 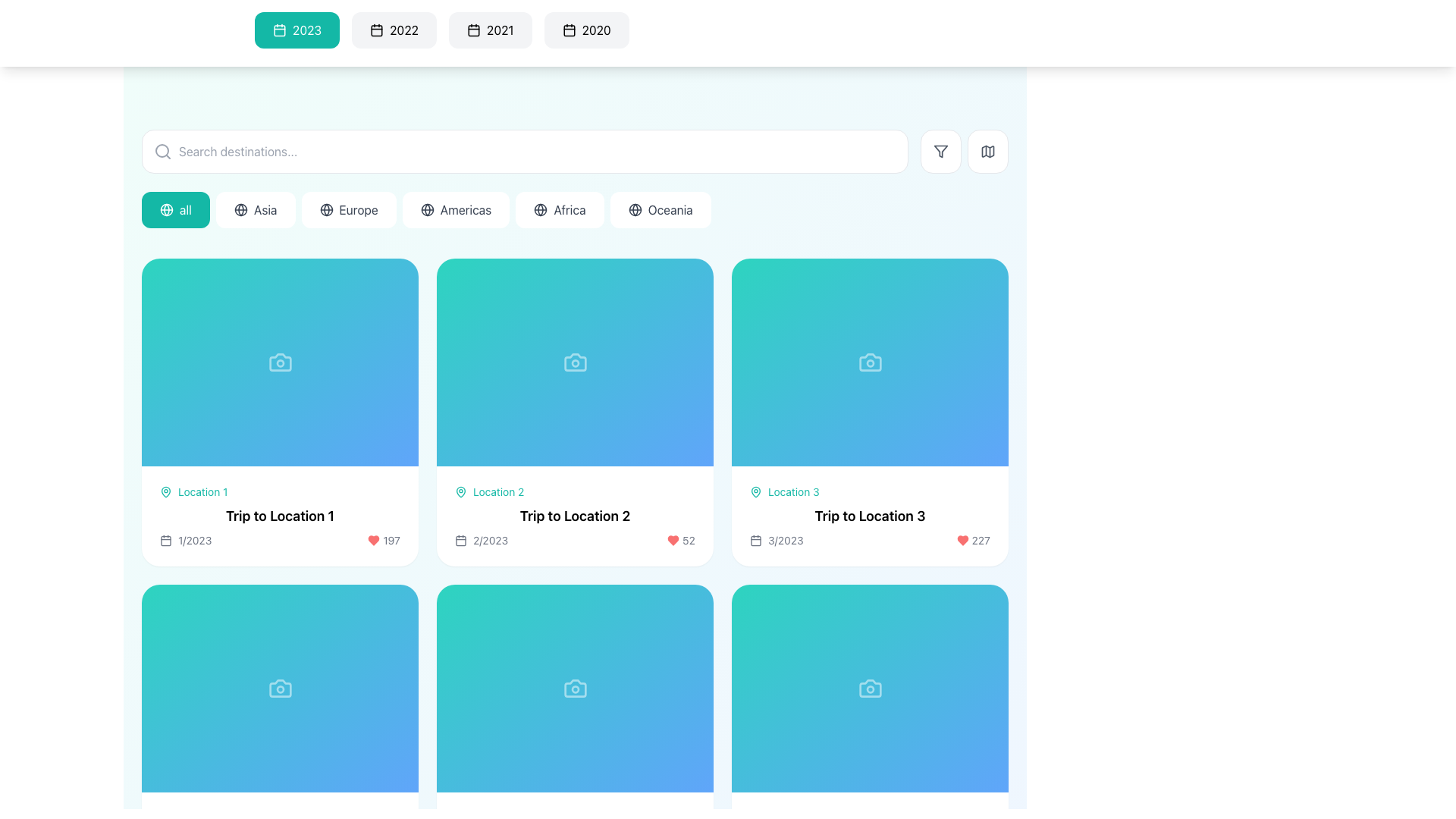 I want to click on the Image placeholder, which is a rectangular area with rounded corners, featuring a gradient background from teal to blue and a white camera icon, located in the second row and third column of the grid layout under the card for 'Trip to Location 3', so click(x=870, y=688).